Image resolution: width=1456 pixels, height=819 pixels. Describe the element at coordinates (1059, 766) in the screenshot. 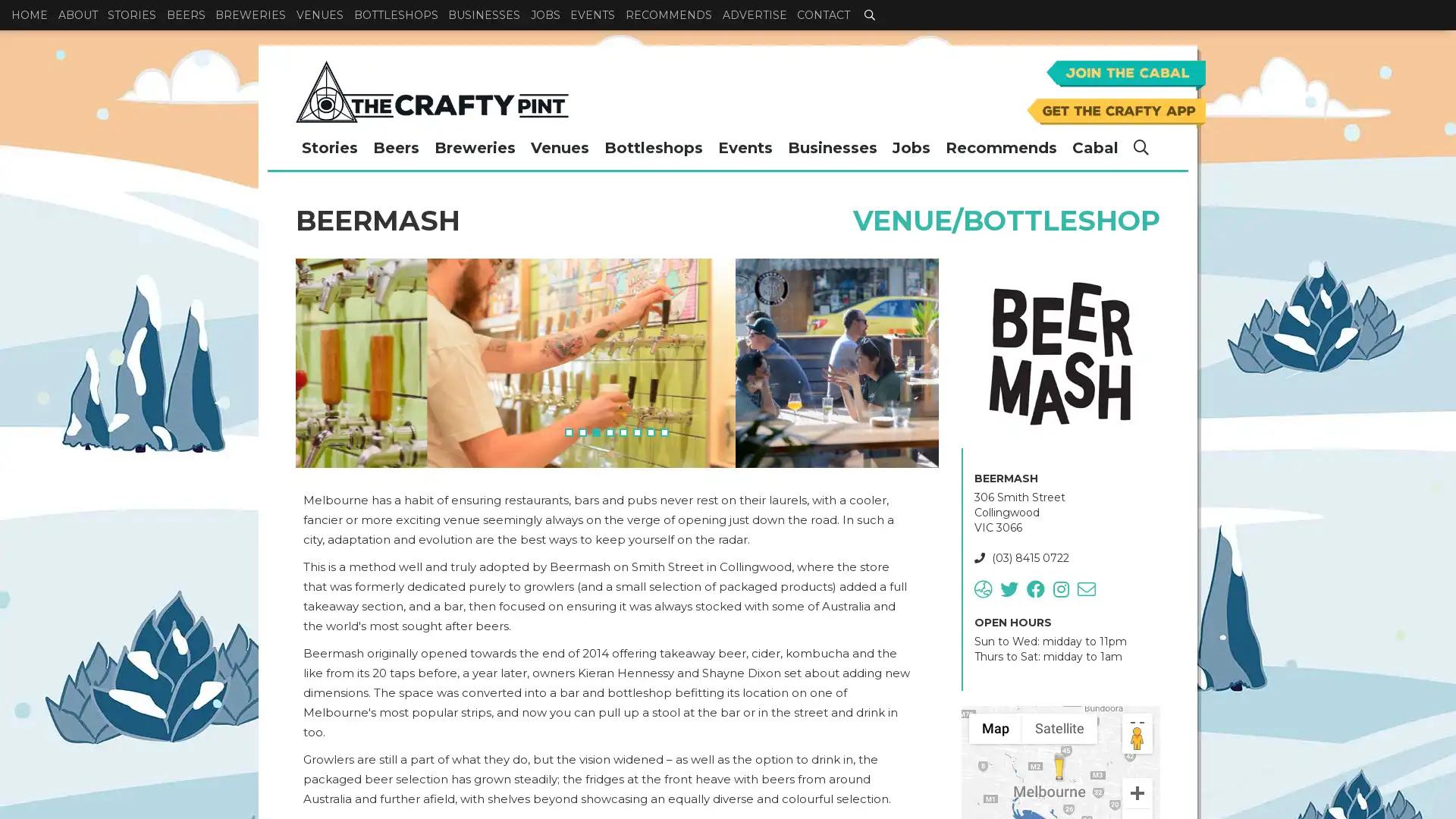

I see `Beermash` at that location.